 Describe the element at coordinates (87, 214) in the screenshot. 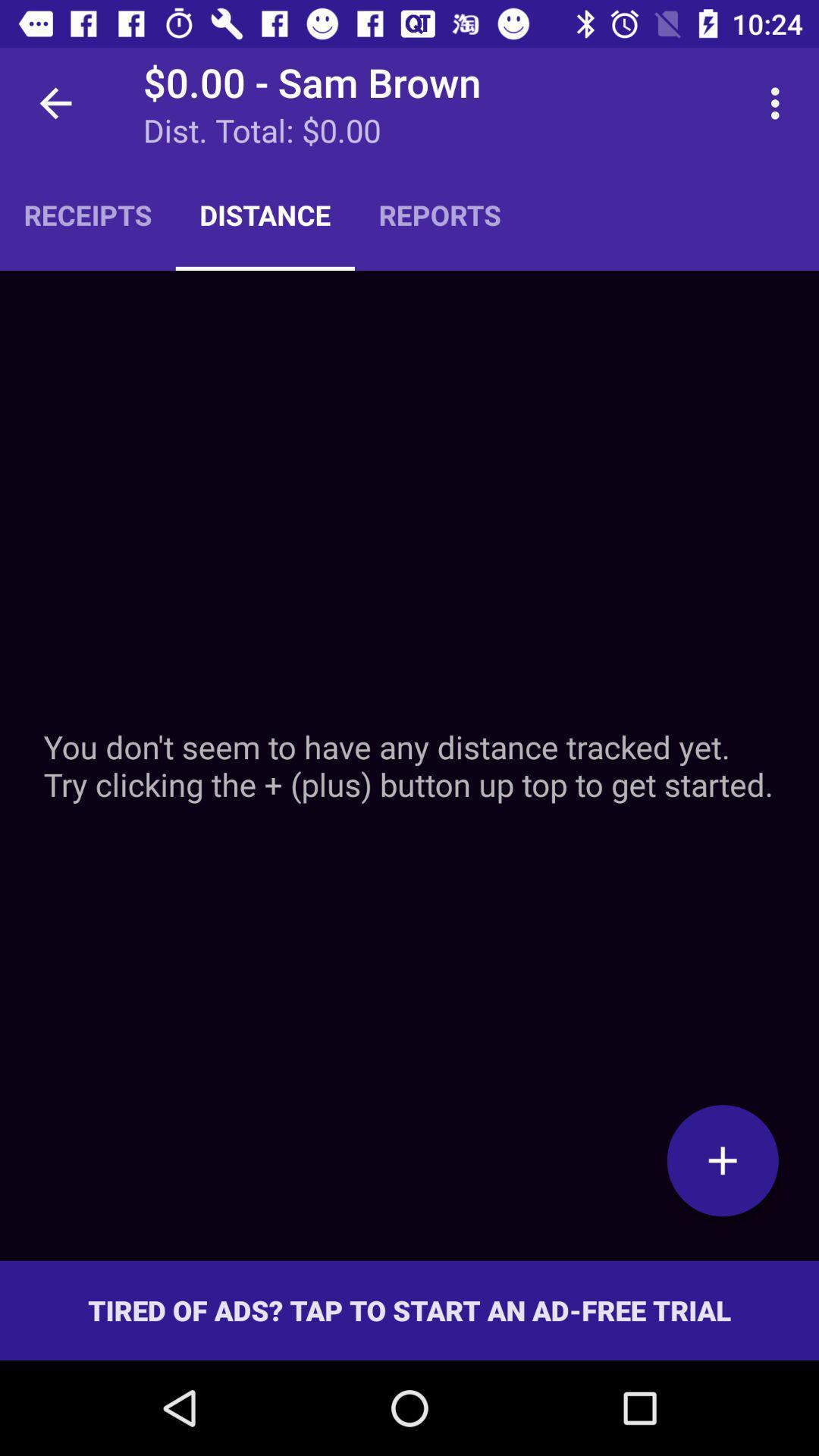

I see `item next to the distance` at that location.